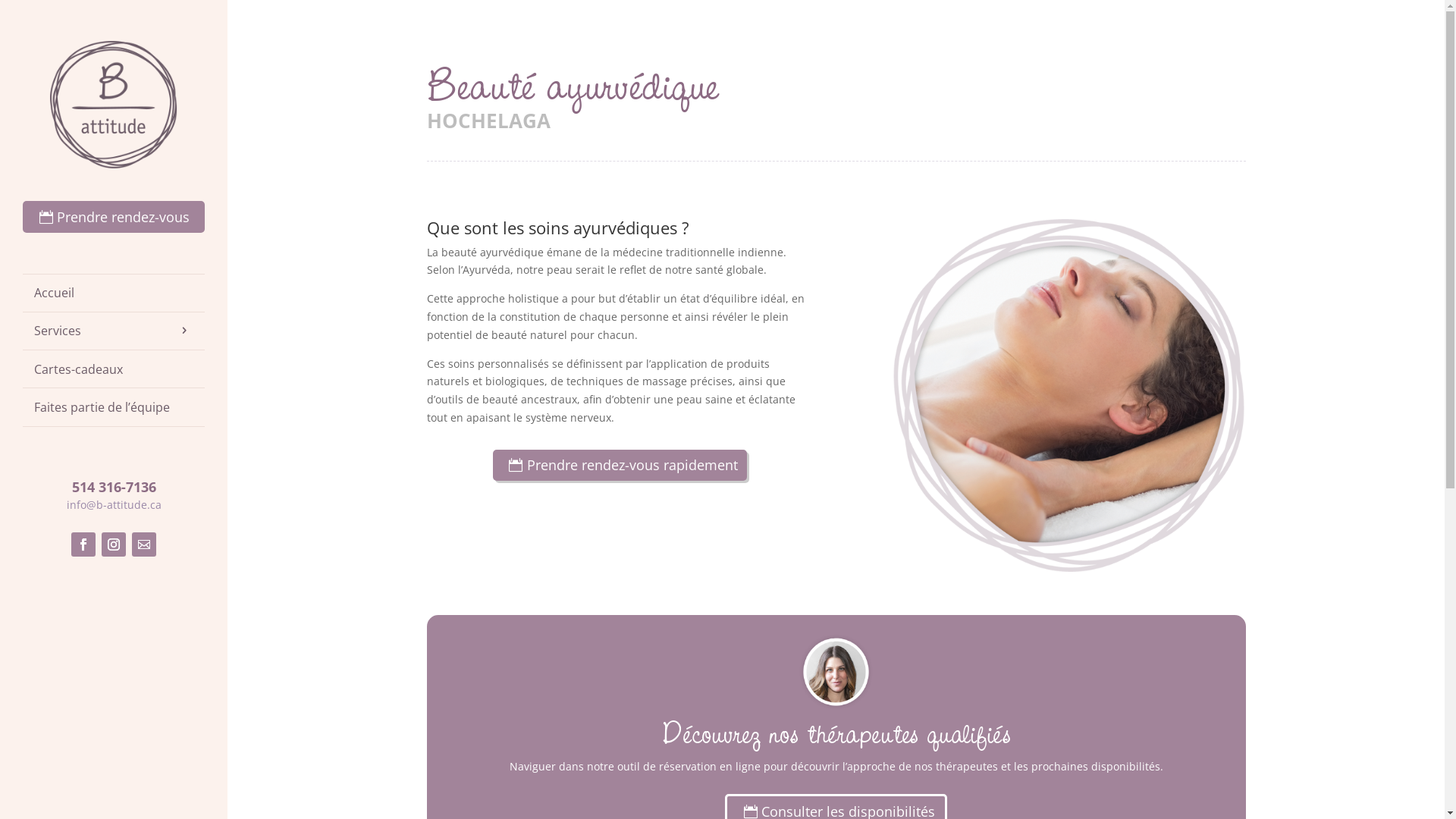  What do you see at coordinates (113, 504) in the screenshot?
I see `'info@b-attitude.ca'` at bounding box center [113, 504].